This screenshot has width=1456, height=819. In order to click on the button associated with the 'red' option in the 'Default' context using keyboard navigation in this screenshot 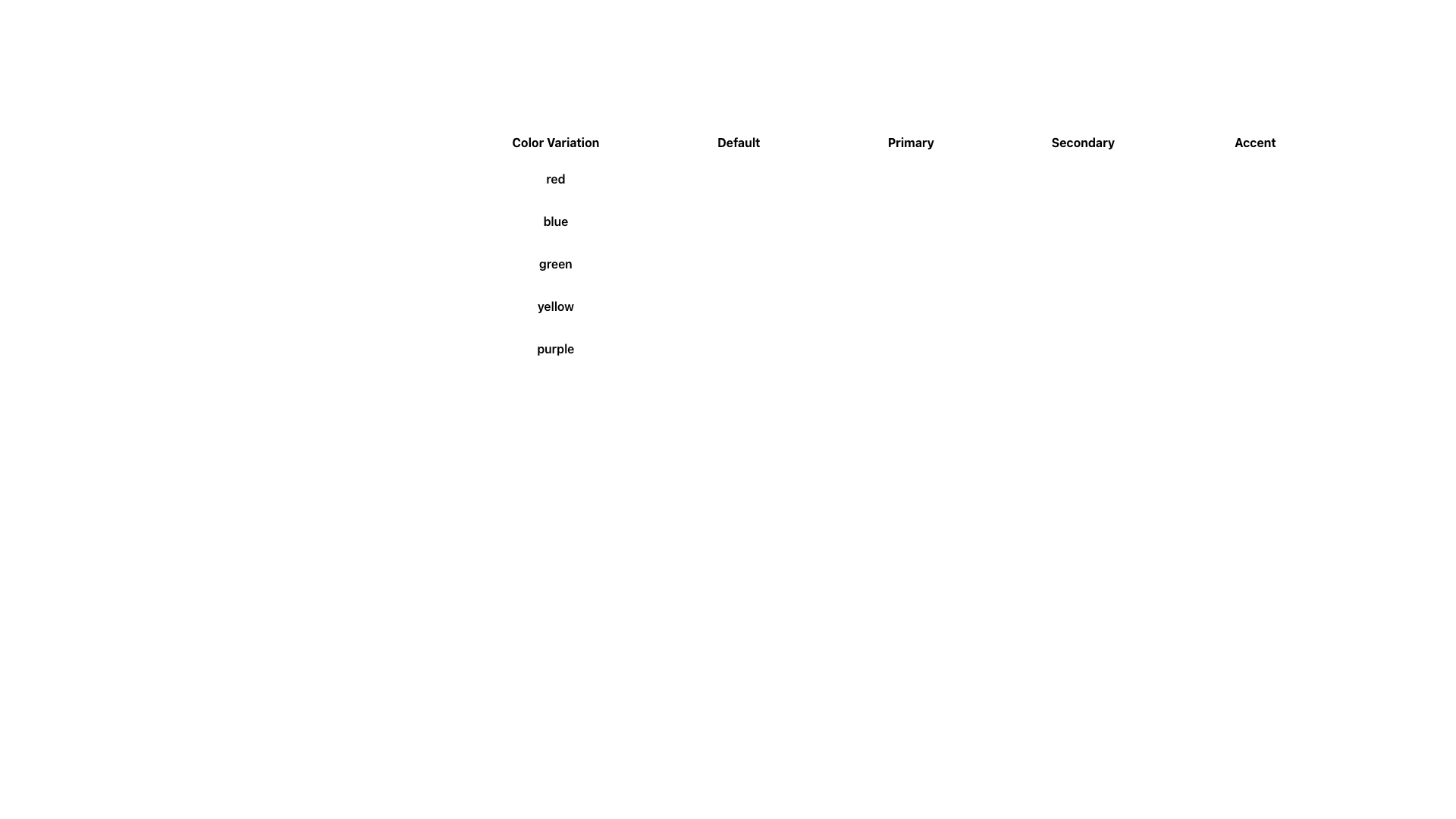, I will do `click(692, 177)`.